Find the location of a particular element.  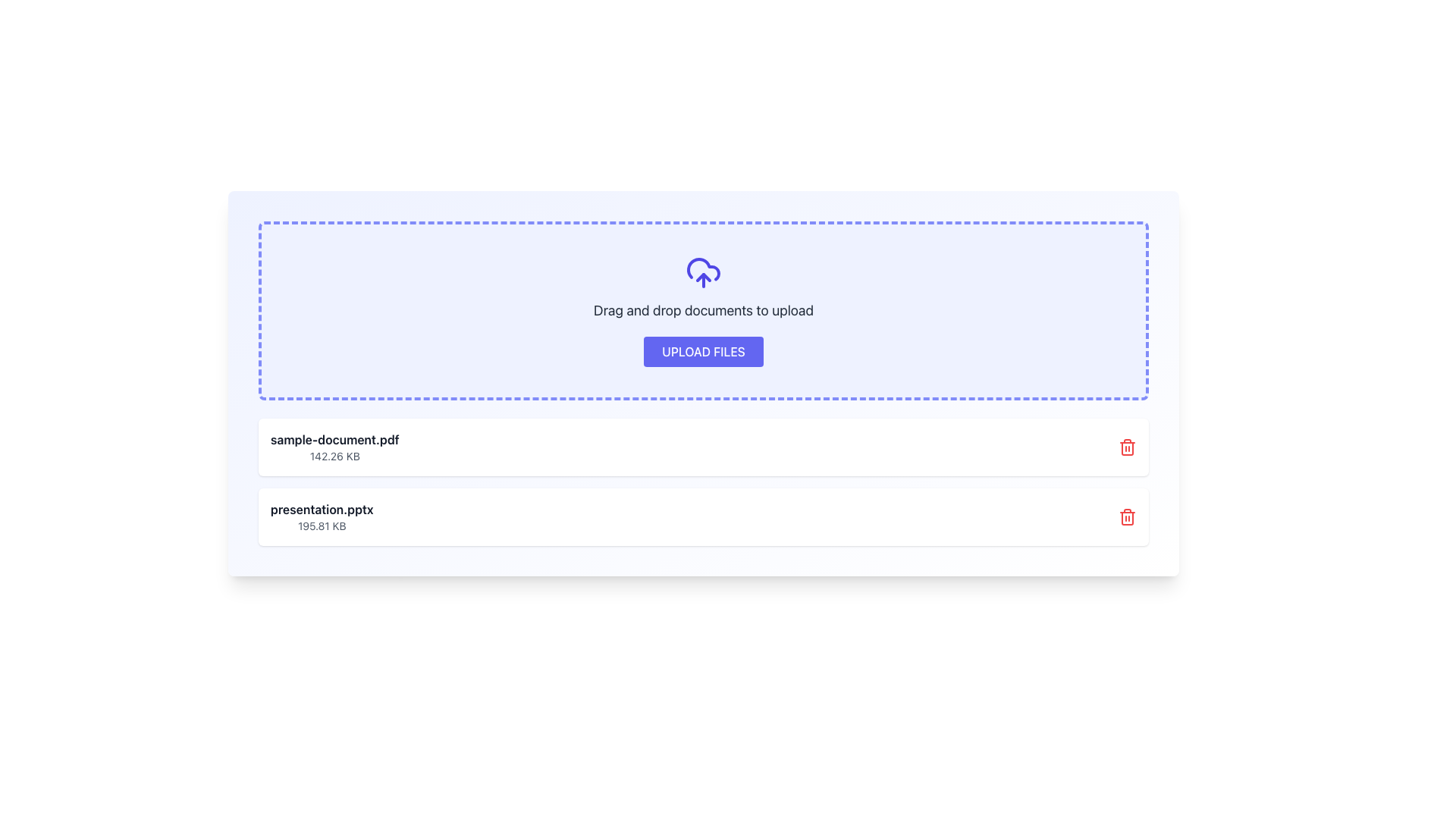

the text block that displays the file name and file size information, positioned in the first row below the file upload section within a left-aligned rectangular white box is located at coordinates (334, 447).